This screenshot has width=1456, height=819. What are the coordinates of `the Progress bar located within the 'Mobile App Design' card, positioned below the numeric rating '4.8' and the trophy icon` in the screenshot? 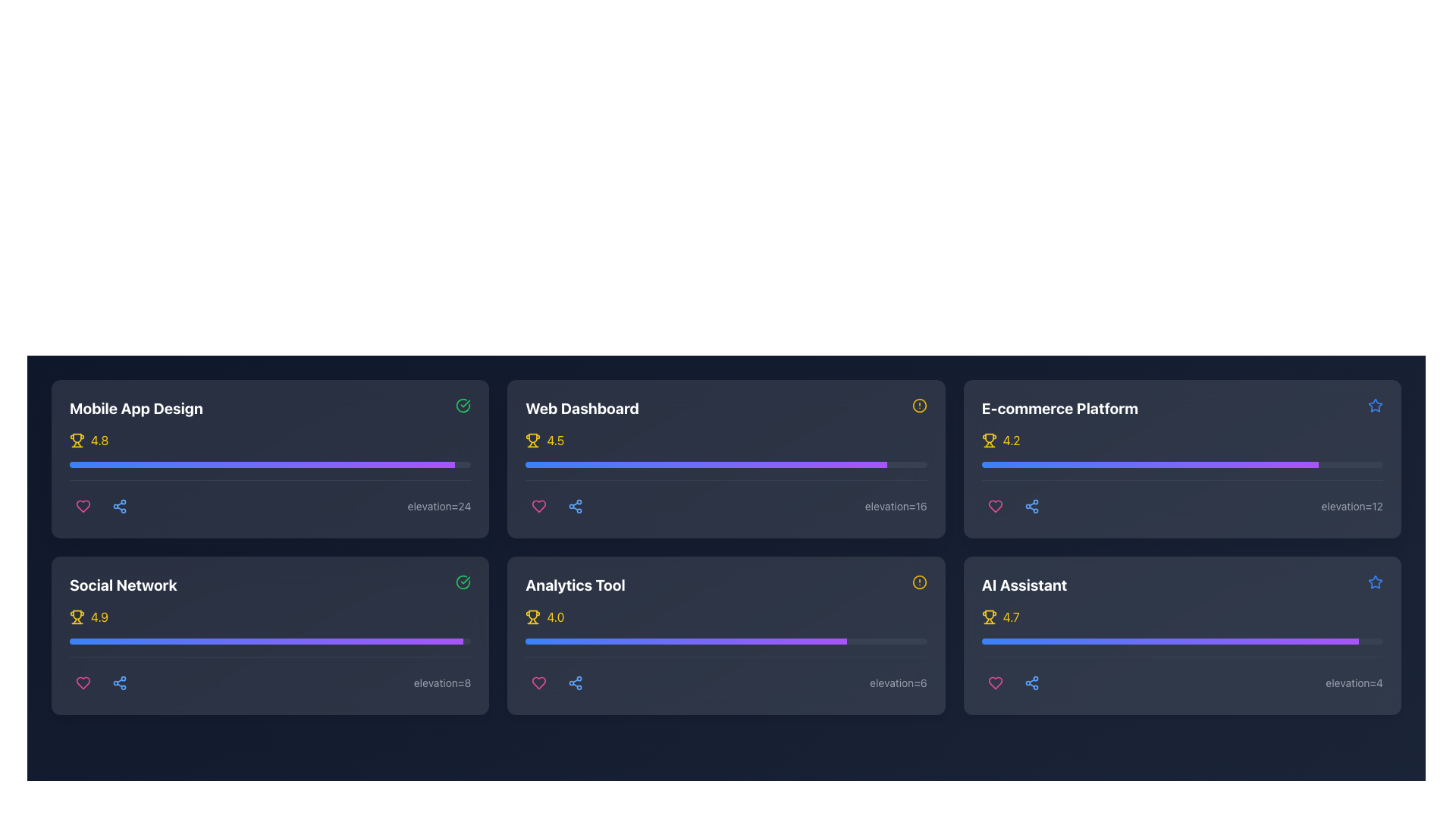 It's located at (270, 464).